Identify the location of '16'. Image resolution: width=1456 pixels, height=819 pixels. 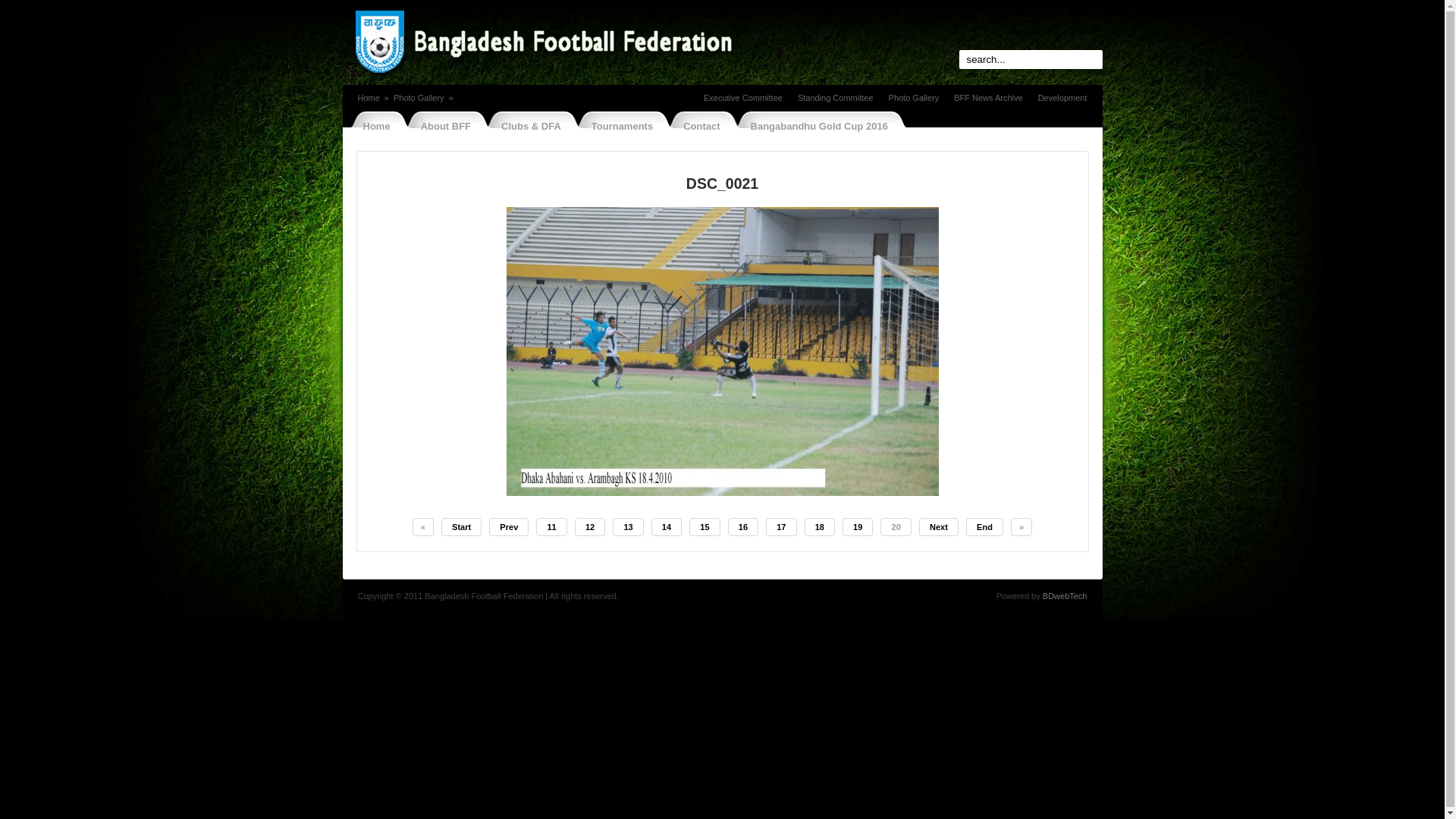
(739, 526).